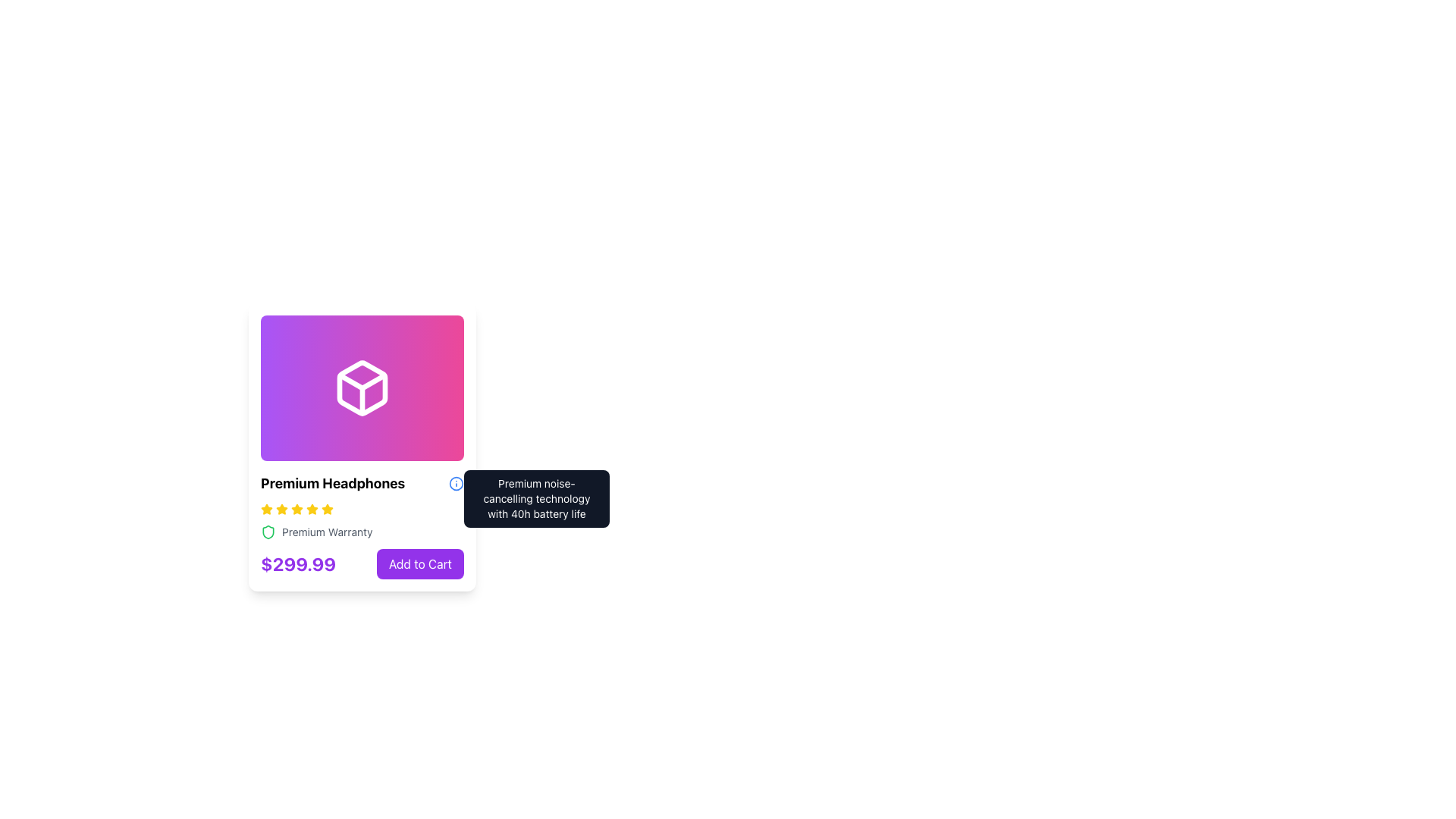  Describe the element at coordinates (362, 564) in the screenshot. I see `the price element of the Interactive pricing and action component located below the 'Premium Warranty' section` at that location.